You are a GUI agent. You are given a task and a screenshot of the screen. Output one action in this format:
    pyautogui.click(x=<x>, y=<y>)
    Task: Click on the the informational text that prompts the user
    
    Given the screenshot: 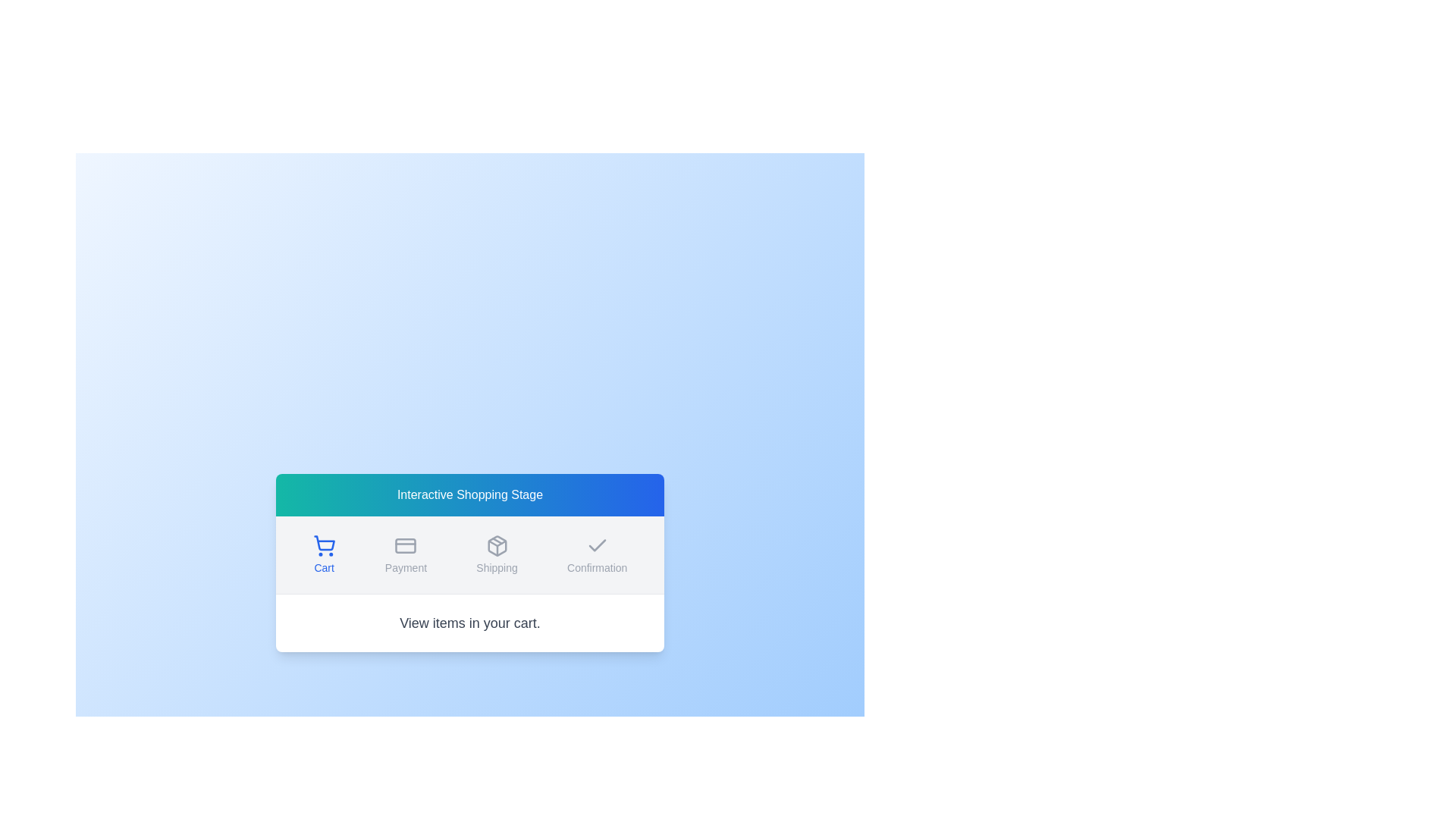 What is the action you would take?
    pyautogui.click(x=469, y=623)
    